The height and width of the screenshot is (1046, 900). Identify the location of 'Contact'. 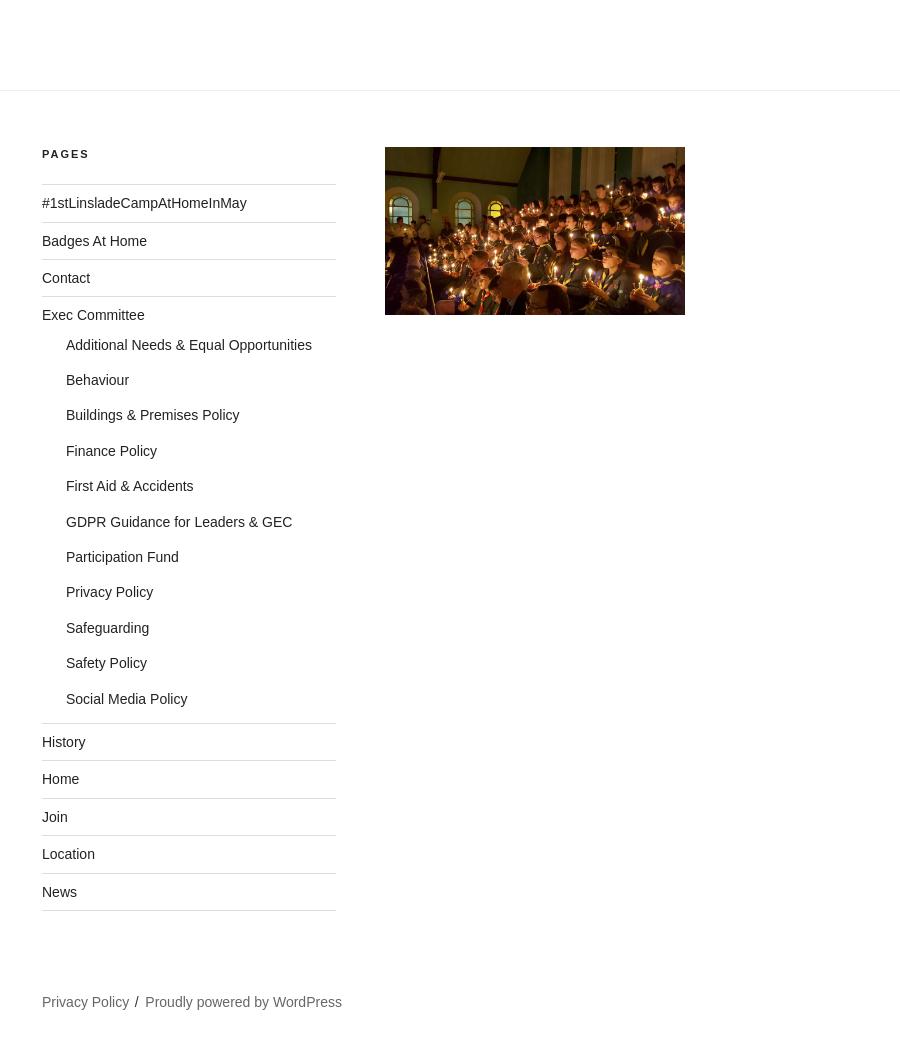
(64, 276).